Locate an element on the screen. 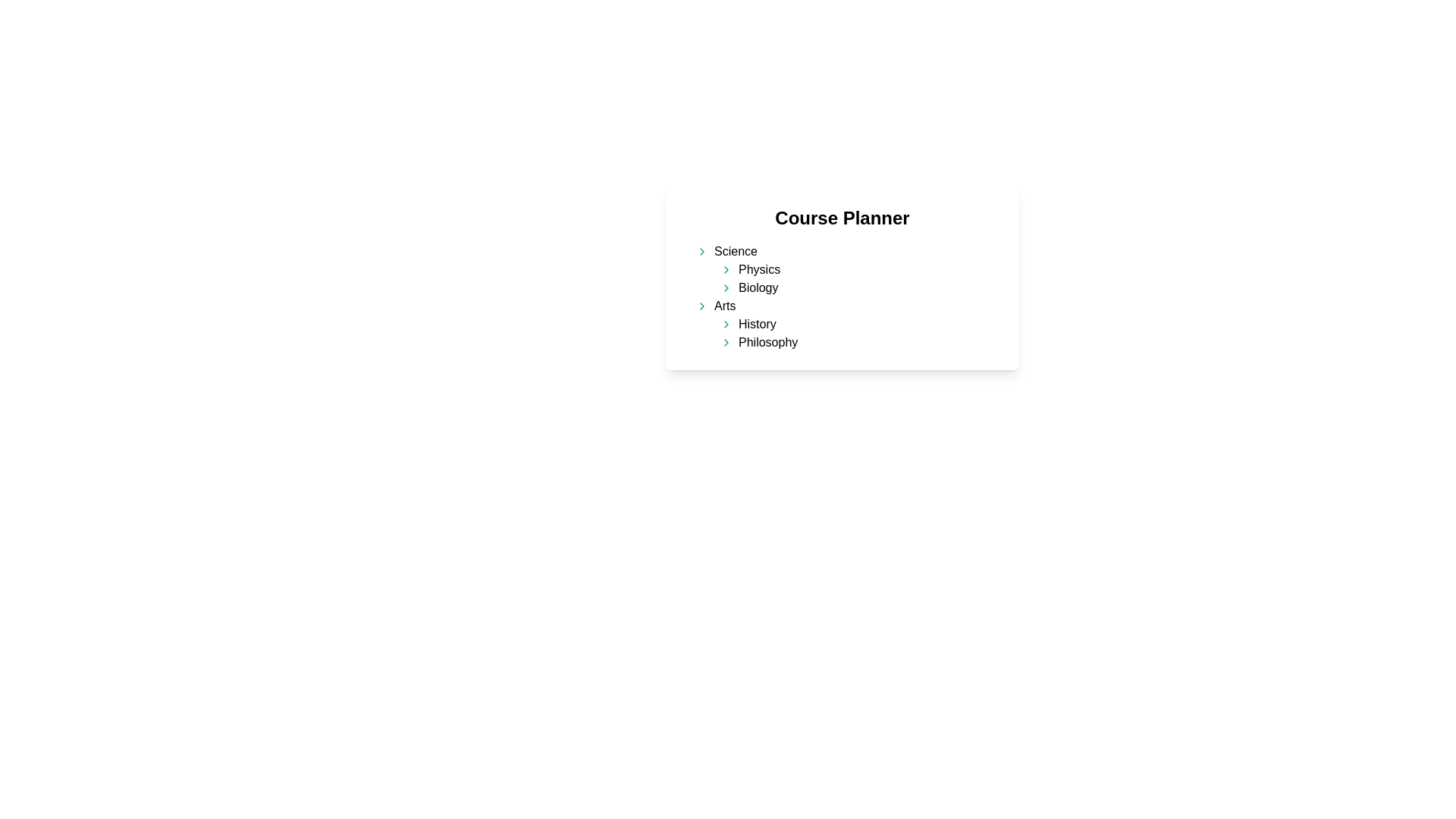 Image resolution: width=1456 pixels, height=819 pixels. the Expand/Collapse Chevron Icon located to the immediate left of the text 'Arts' is located at coordinates (701, 306).